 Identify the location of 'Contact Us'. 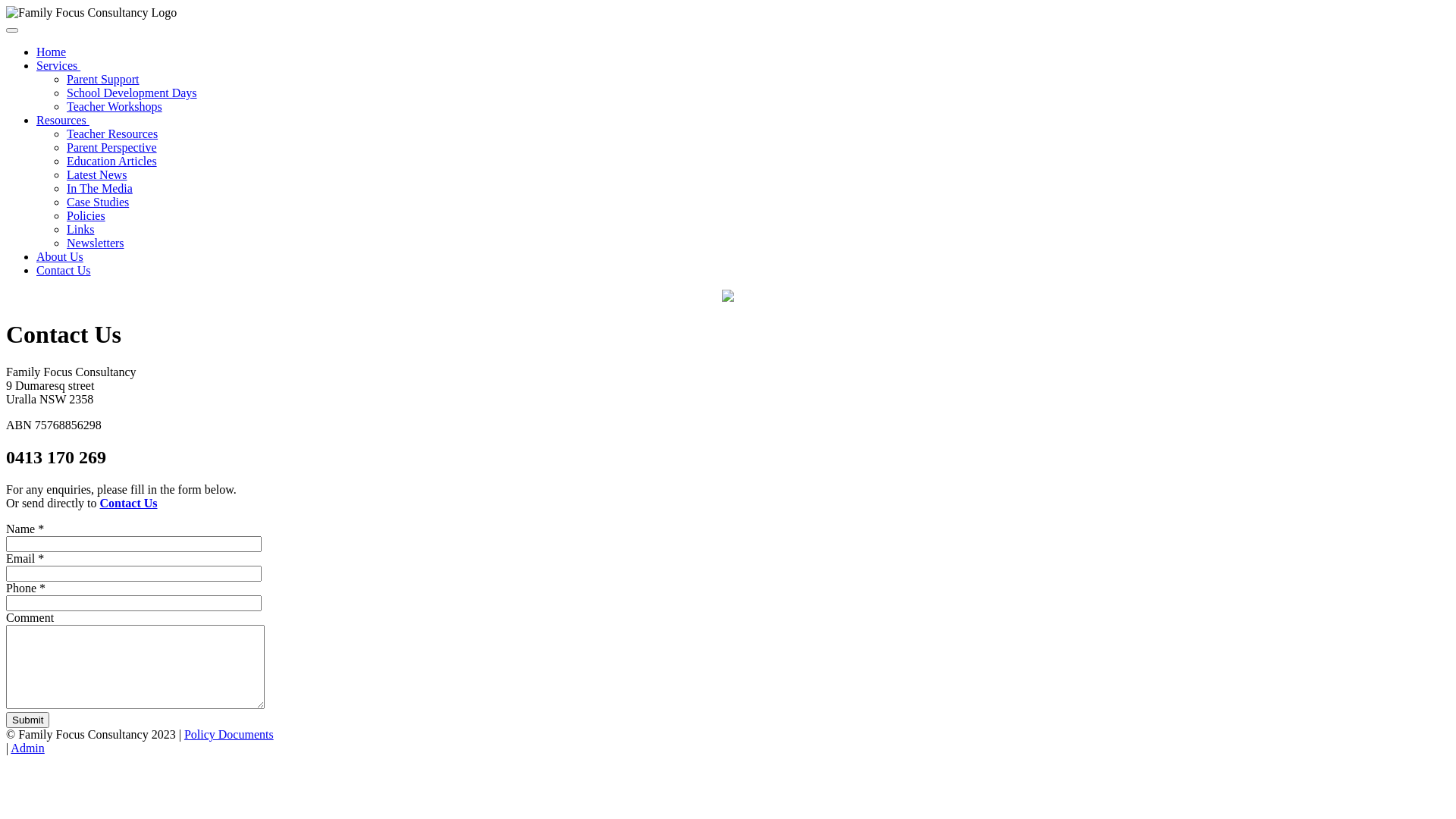
(62, 269).